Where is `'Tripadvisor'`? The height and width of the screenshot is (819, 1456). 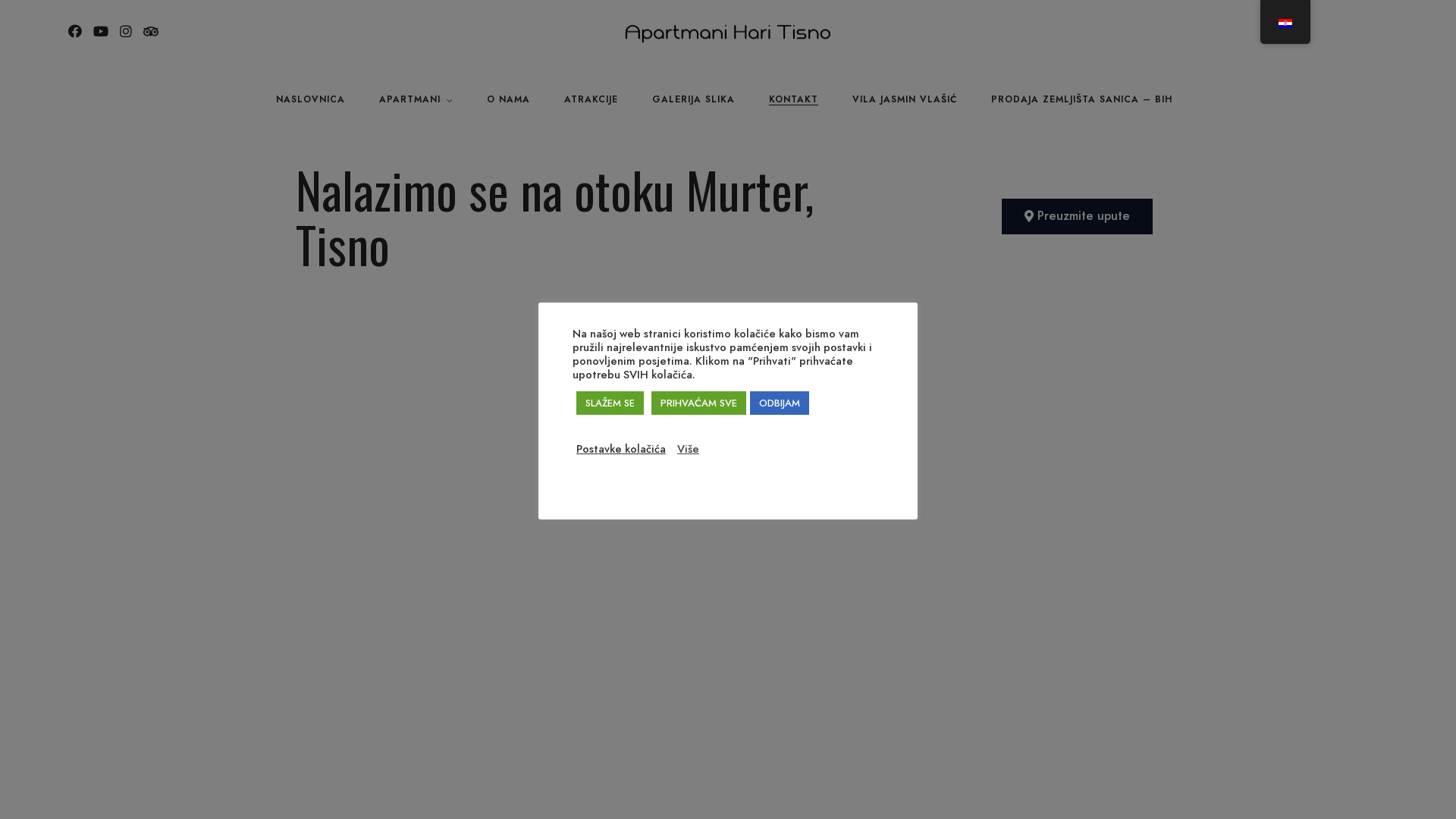
'Tripadvisor' is located at coordinates (143, 32).